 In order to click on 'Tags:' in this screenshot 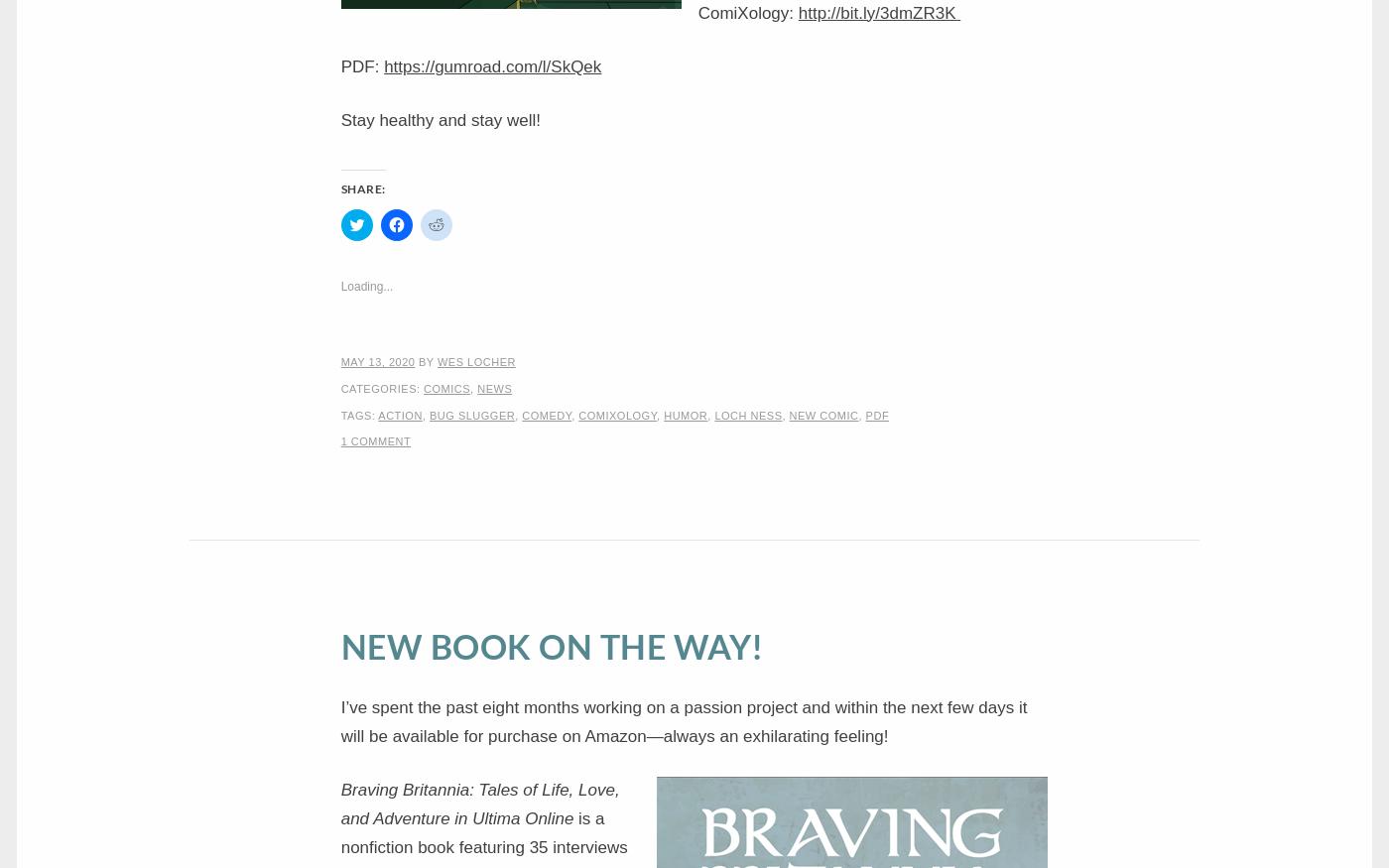, I will do `click(359, 413)`.